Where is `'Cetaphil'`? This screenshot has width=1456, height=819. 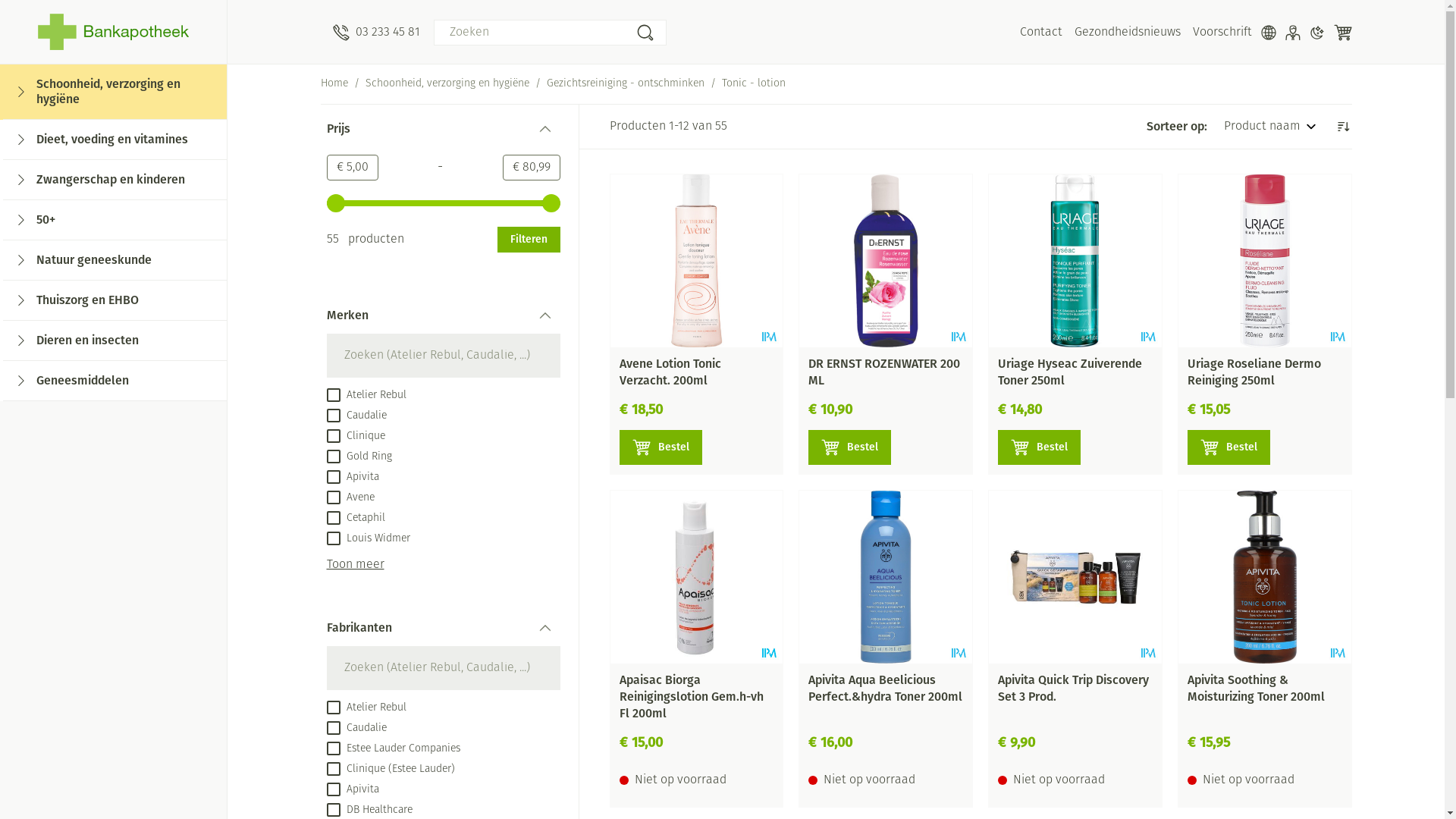 'Cetaphil' is located at coordinates (354, 516).